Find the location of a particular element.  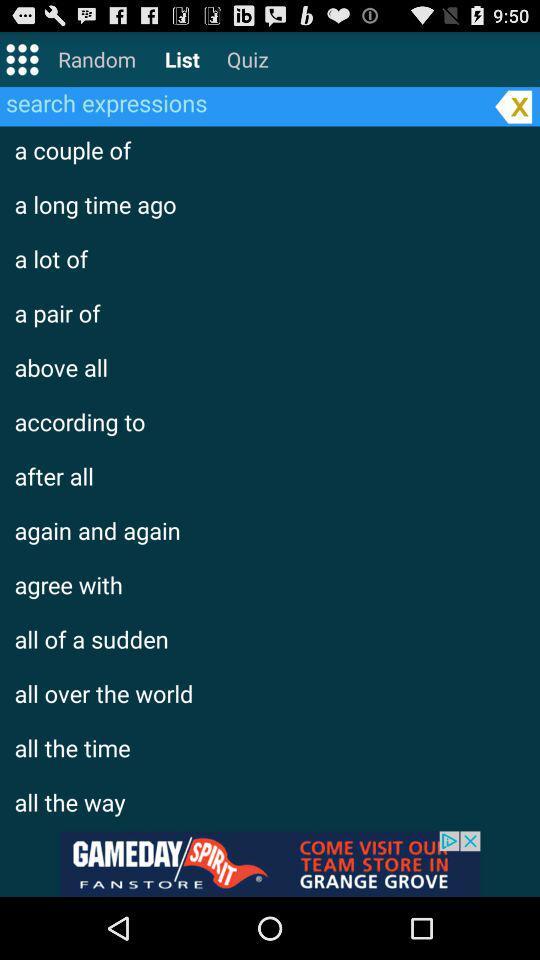

the close button on the web page is located at coordinates (513, 106).